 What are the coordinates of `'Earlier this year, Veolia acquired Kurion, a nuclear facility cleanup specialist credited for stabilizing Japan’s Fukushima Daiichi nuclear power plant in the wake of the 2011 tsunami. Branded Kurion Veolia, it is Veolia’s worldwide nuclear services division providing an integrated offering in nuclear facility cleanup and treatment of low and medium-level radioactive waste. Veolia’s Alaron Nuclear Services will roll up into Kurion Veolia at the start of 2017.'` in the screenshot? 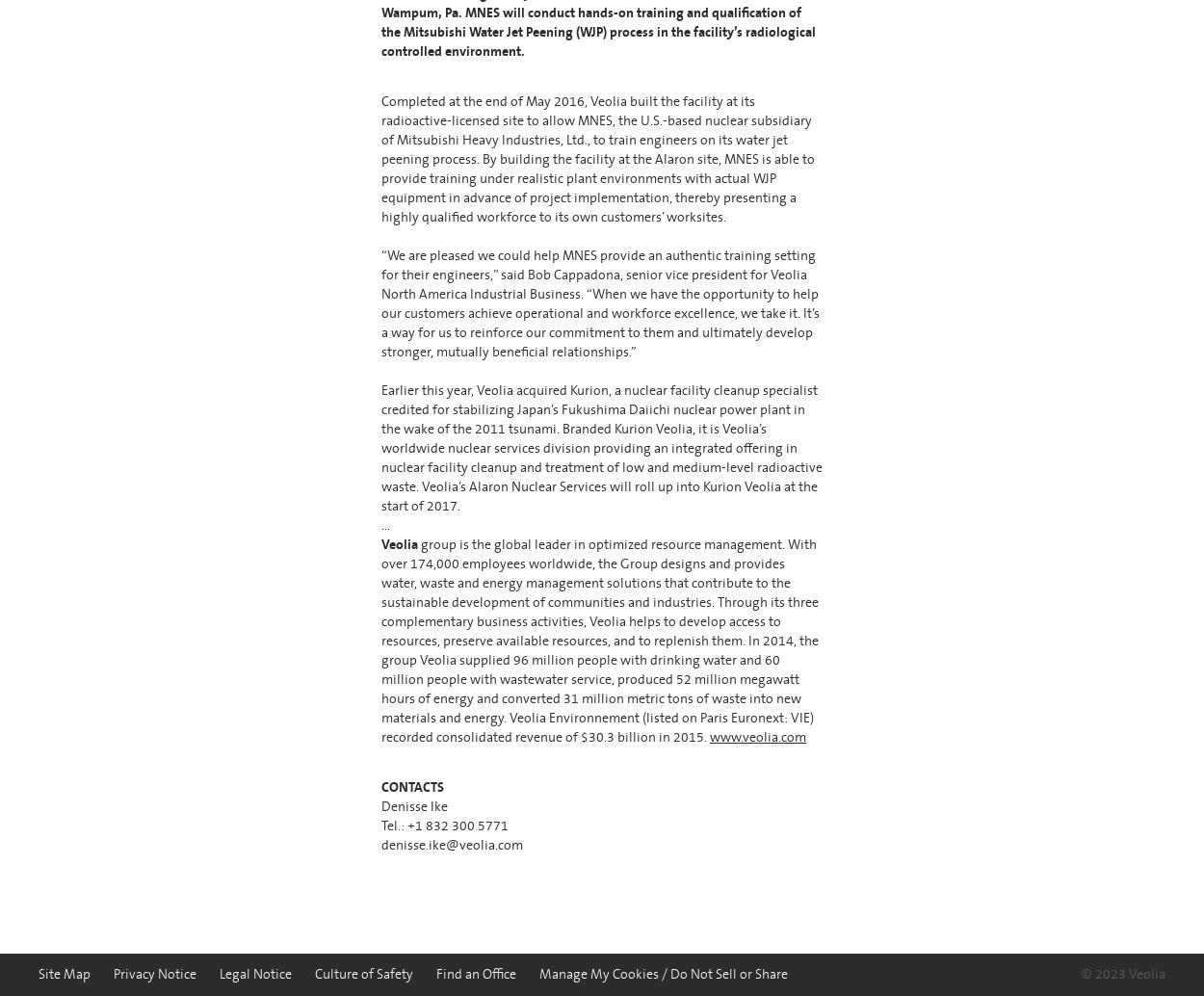 It's located at (602, 447).